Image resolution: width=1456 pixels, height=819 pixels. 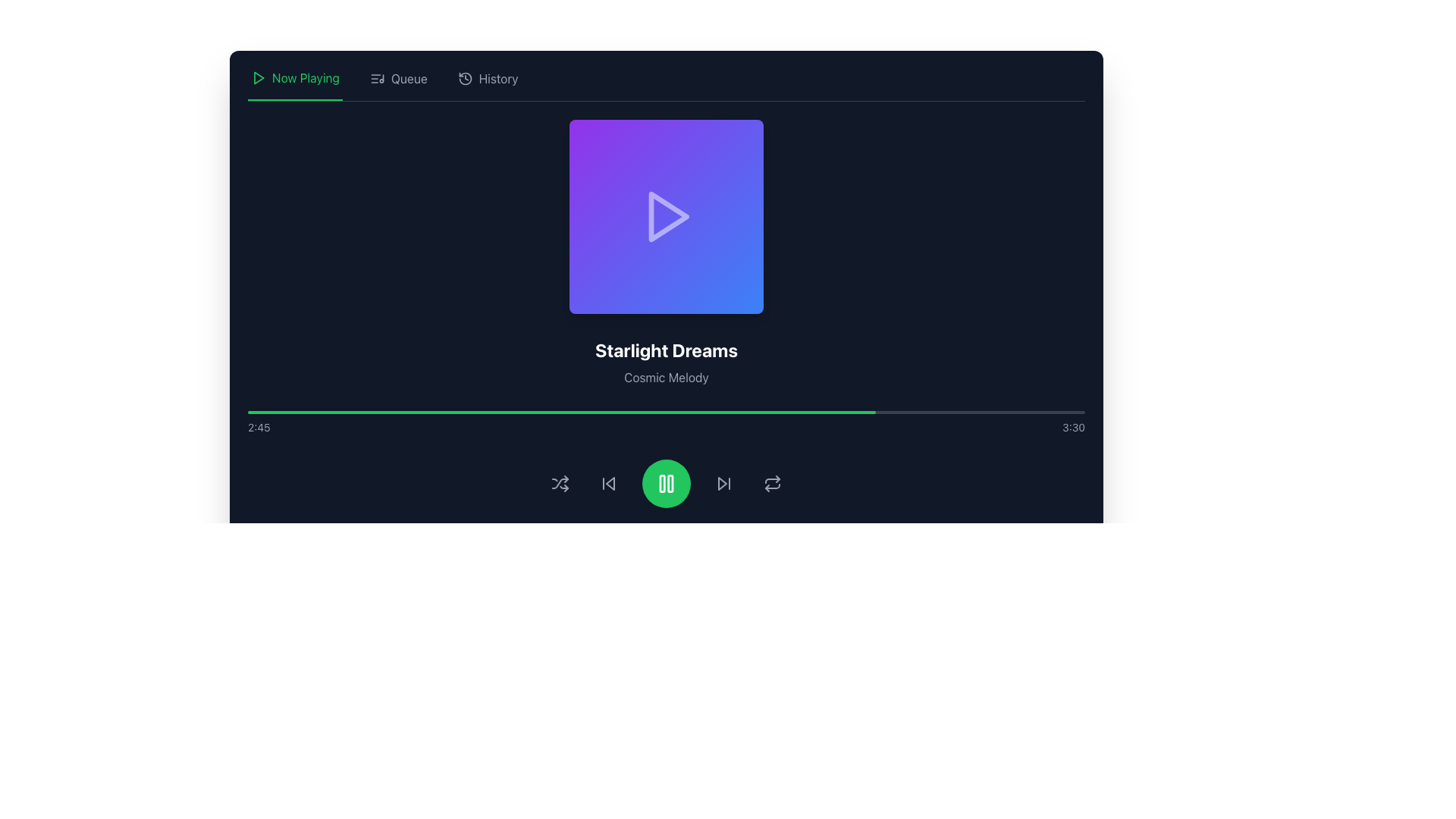 What do you see at coordinates (305, 78) in the screenshot?
I see `the 'Now Playing' text label, which is a bold green font with an underline, located in the top-left corner of the navigation bar` at bounding box center [305, 78].